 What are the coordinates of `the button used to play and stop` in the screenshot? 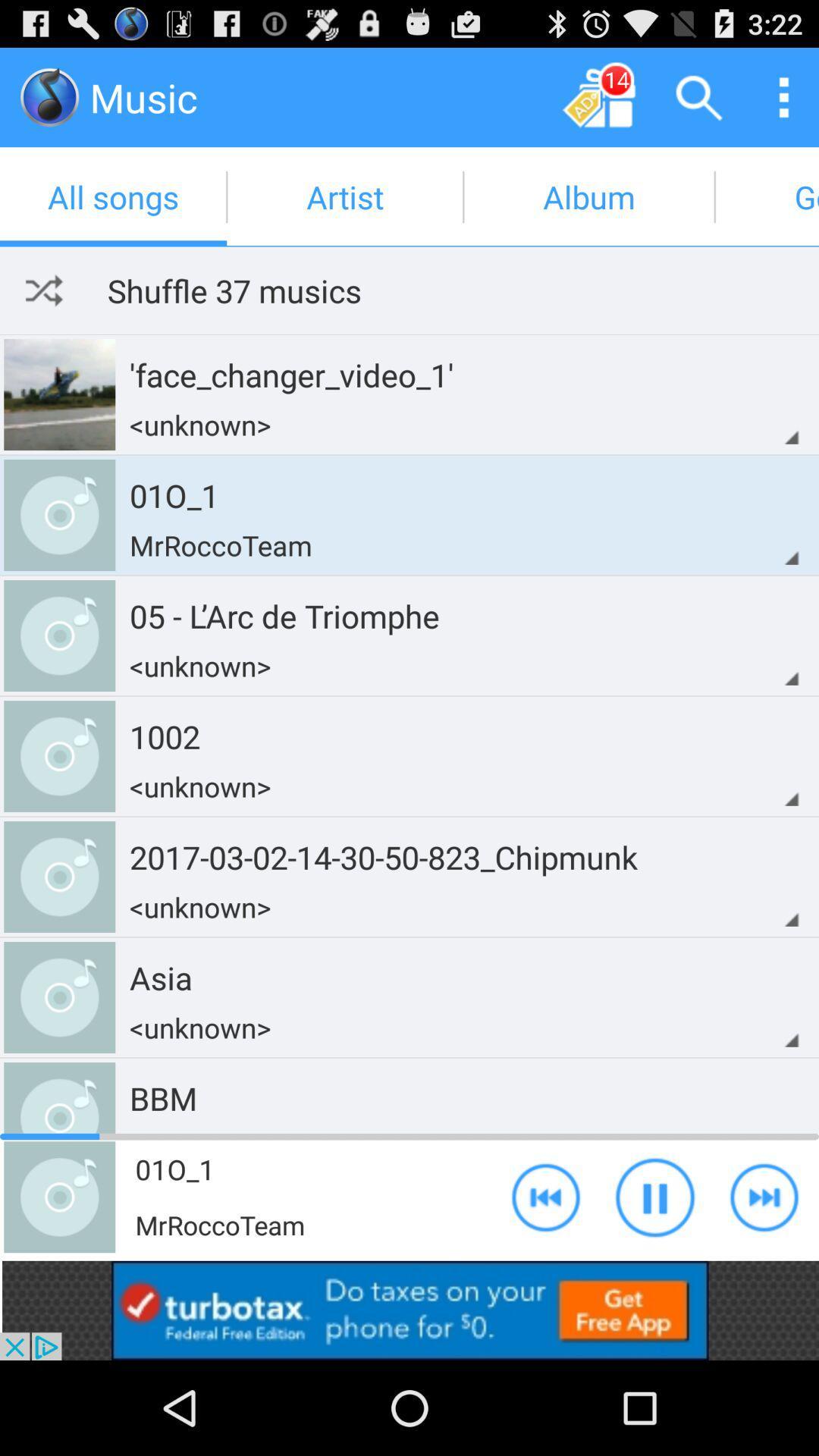 It's located at (654, 1196).